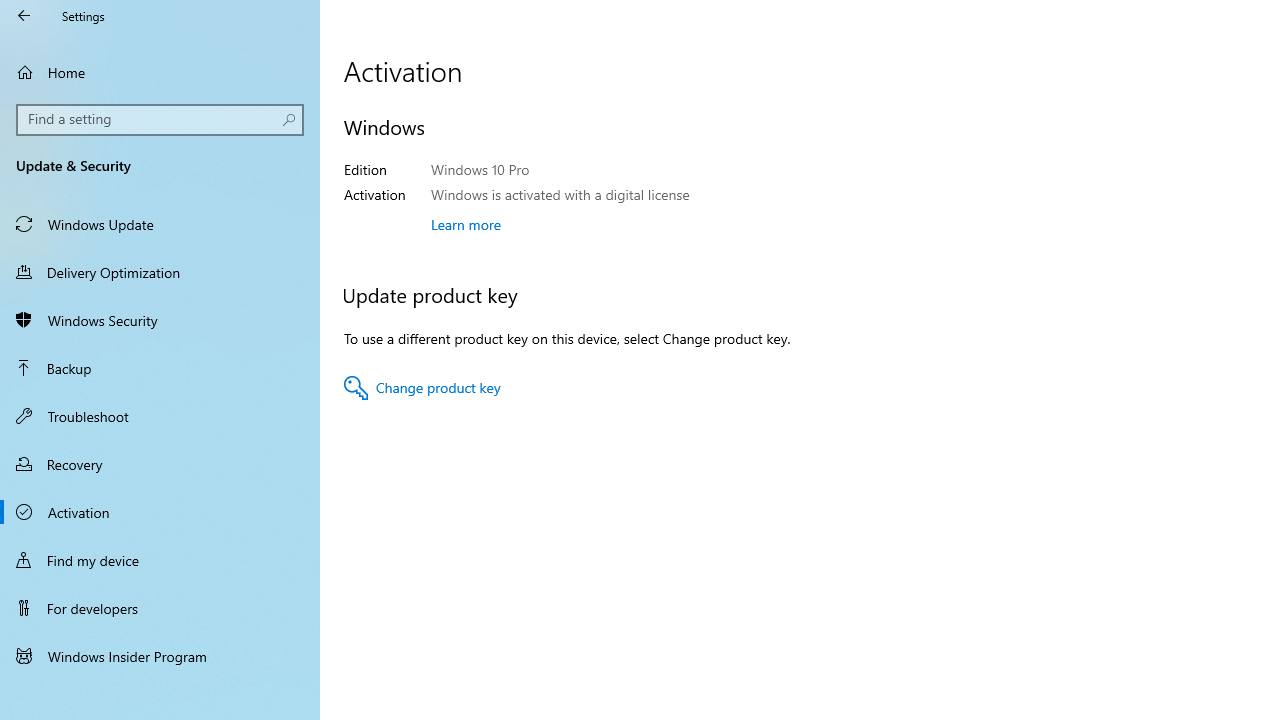 The width and height of the screenshot is (1280, 720). Describe the element at coordinates (160, 464) in the screenshot. I see `'Recovery'` at that location.